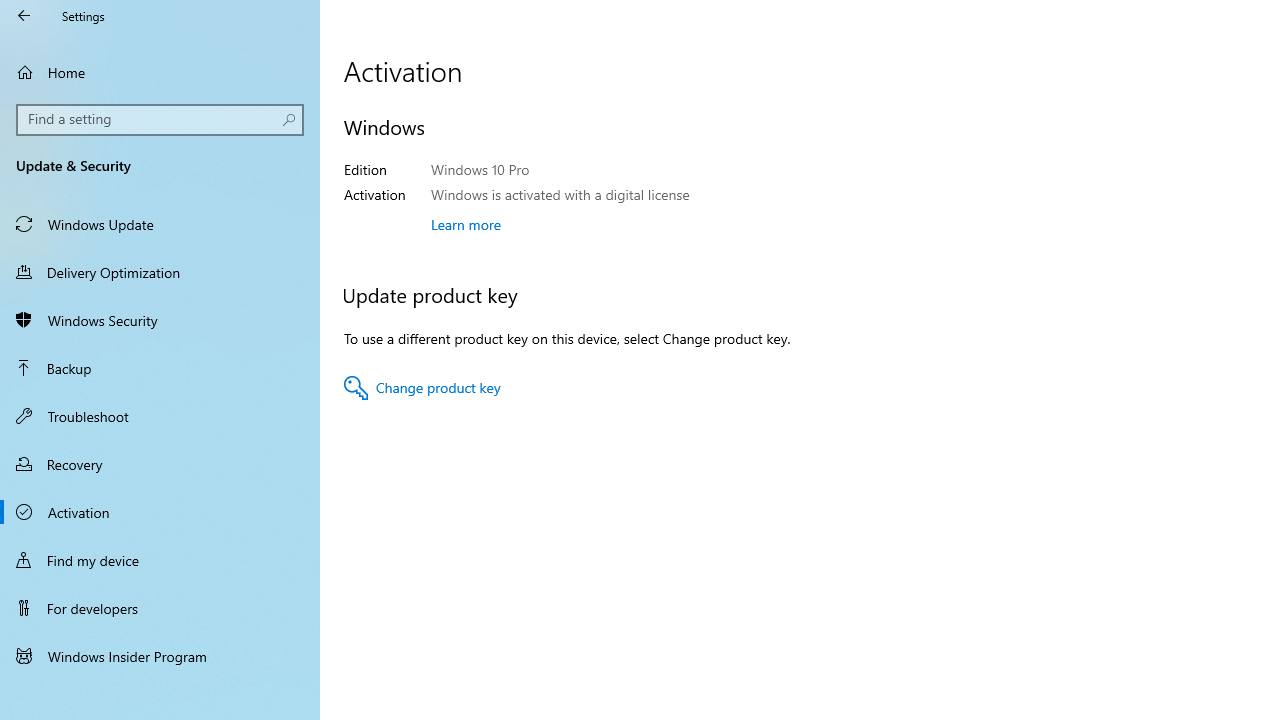 The width and height of the screenshot is (1280, 720). Describe the element at coordinates (160, 464) in the screenshot. I see `'Recovery'` at that location.